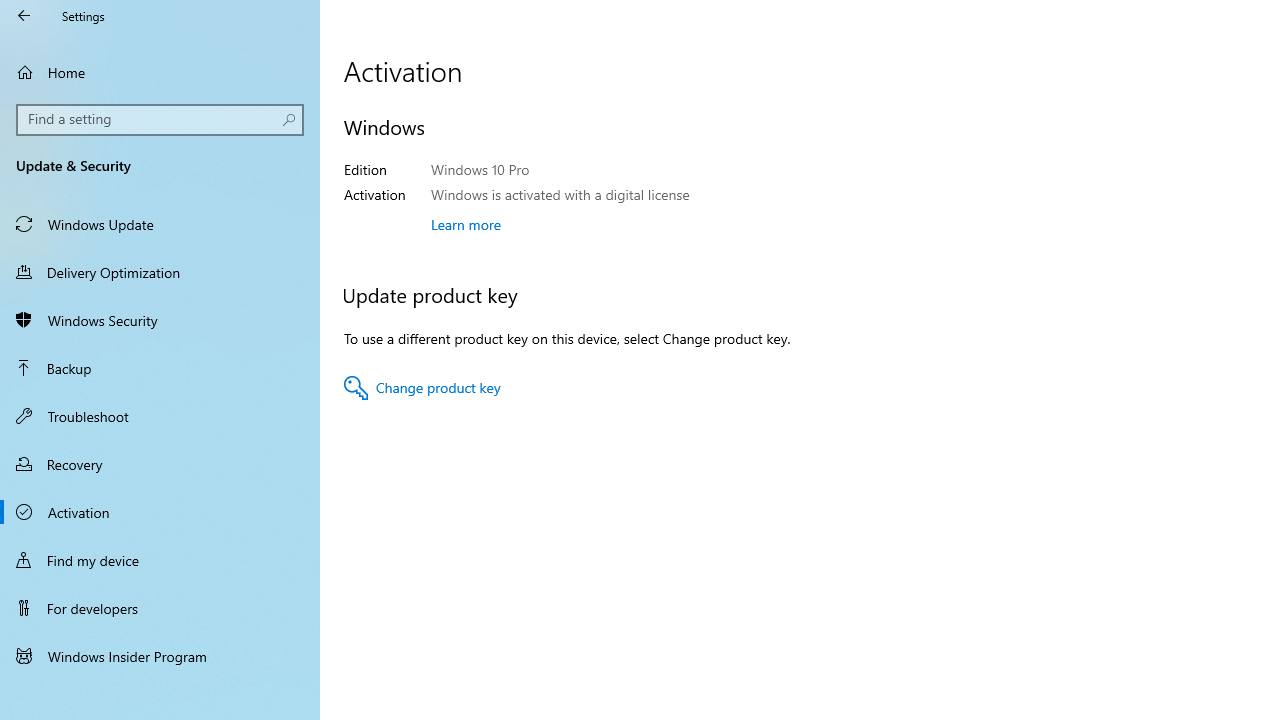 The width and height of the screenshot is (1280, 720). Describe the element at coordinates (160, 464) in the screenshot. I see `'Recovery'` at that location.